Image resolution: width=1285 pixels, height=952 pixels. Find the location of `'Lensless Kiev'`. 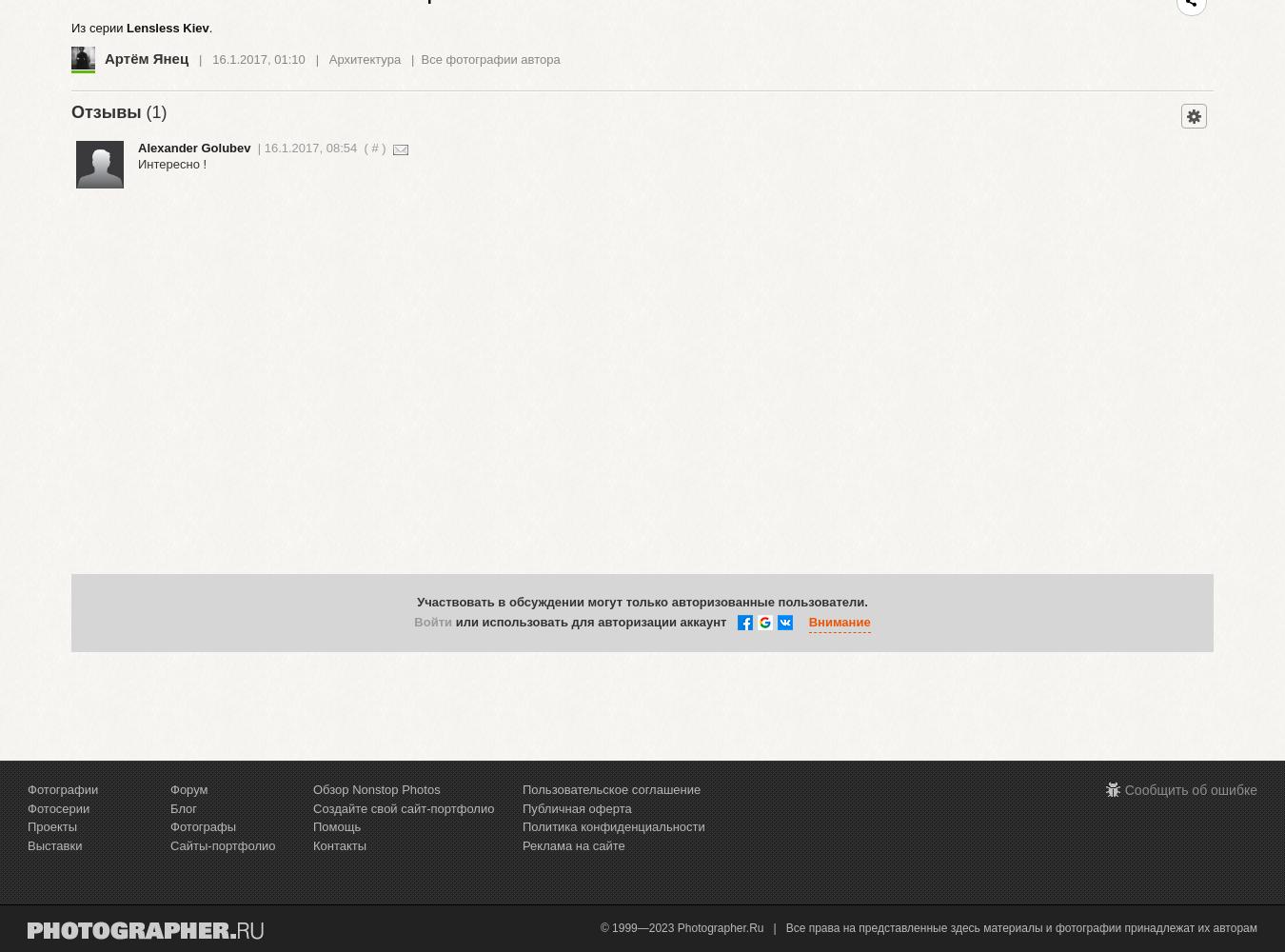

'Lensless Kiev' is located at coordinates (126, 28).